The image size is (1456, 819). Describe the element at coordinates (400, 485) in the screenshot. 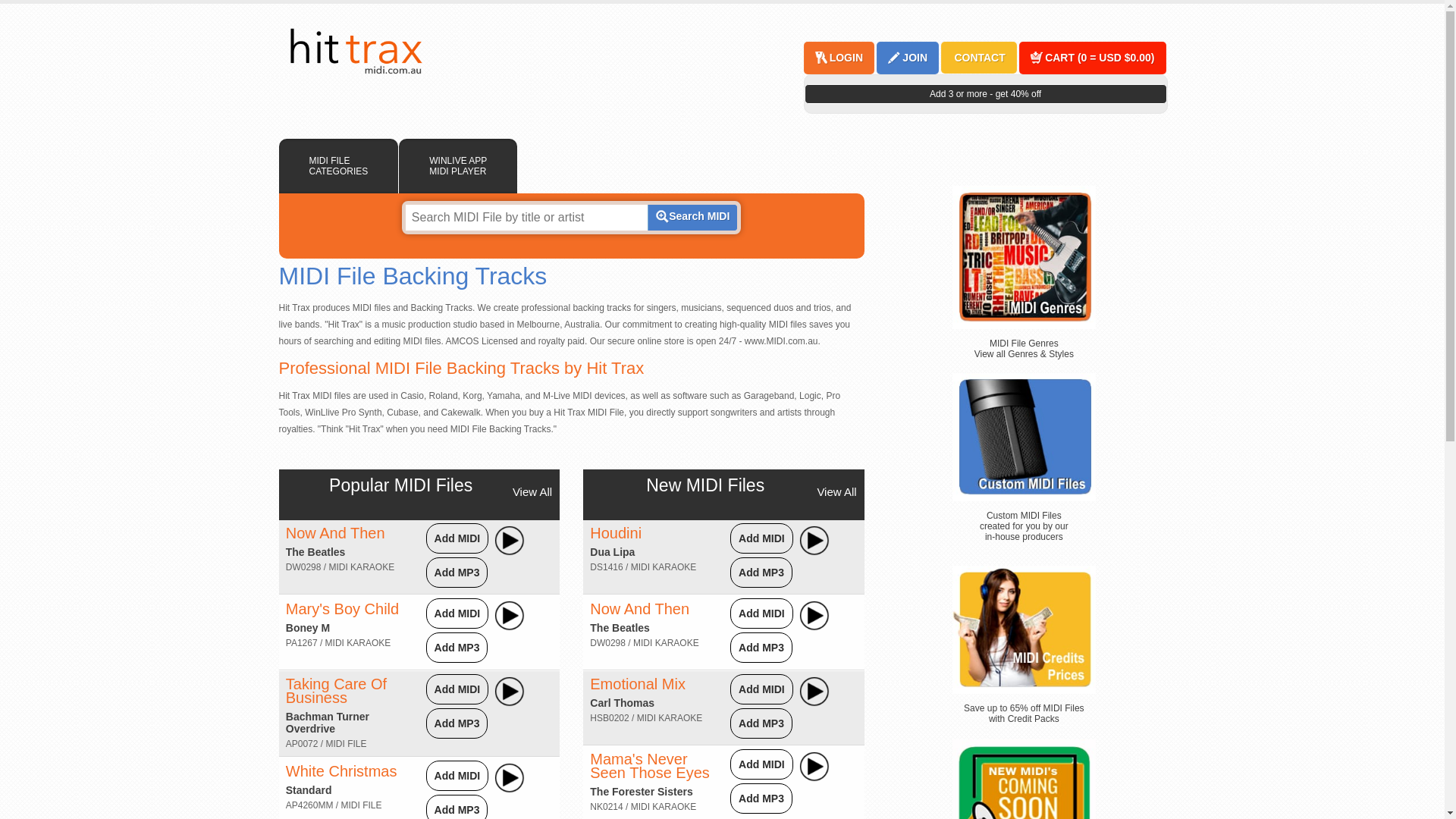

I see `'Popular MIDI Files` at that location.